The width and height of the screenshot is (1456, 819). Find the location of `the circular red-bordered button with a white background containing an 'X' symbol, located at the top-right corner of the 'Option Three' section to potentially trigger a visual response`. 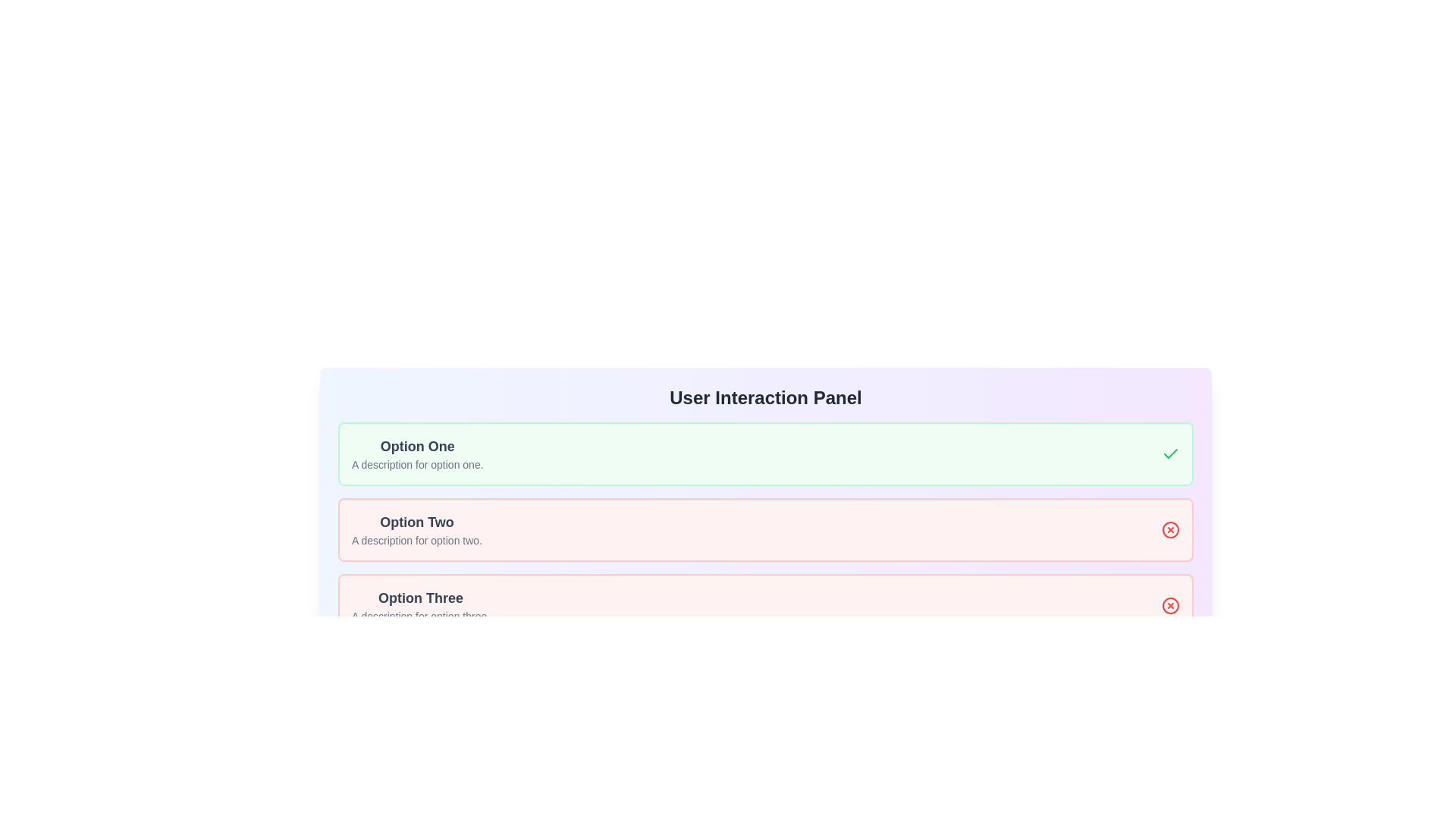

the circular red-bordered button with a white background containing an 'X' symbol, located at the top-right corner of the 'Option Three' section to potentially trigger a visual response is located at coordinates (1170, 604).